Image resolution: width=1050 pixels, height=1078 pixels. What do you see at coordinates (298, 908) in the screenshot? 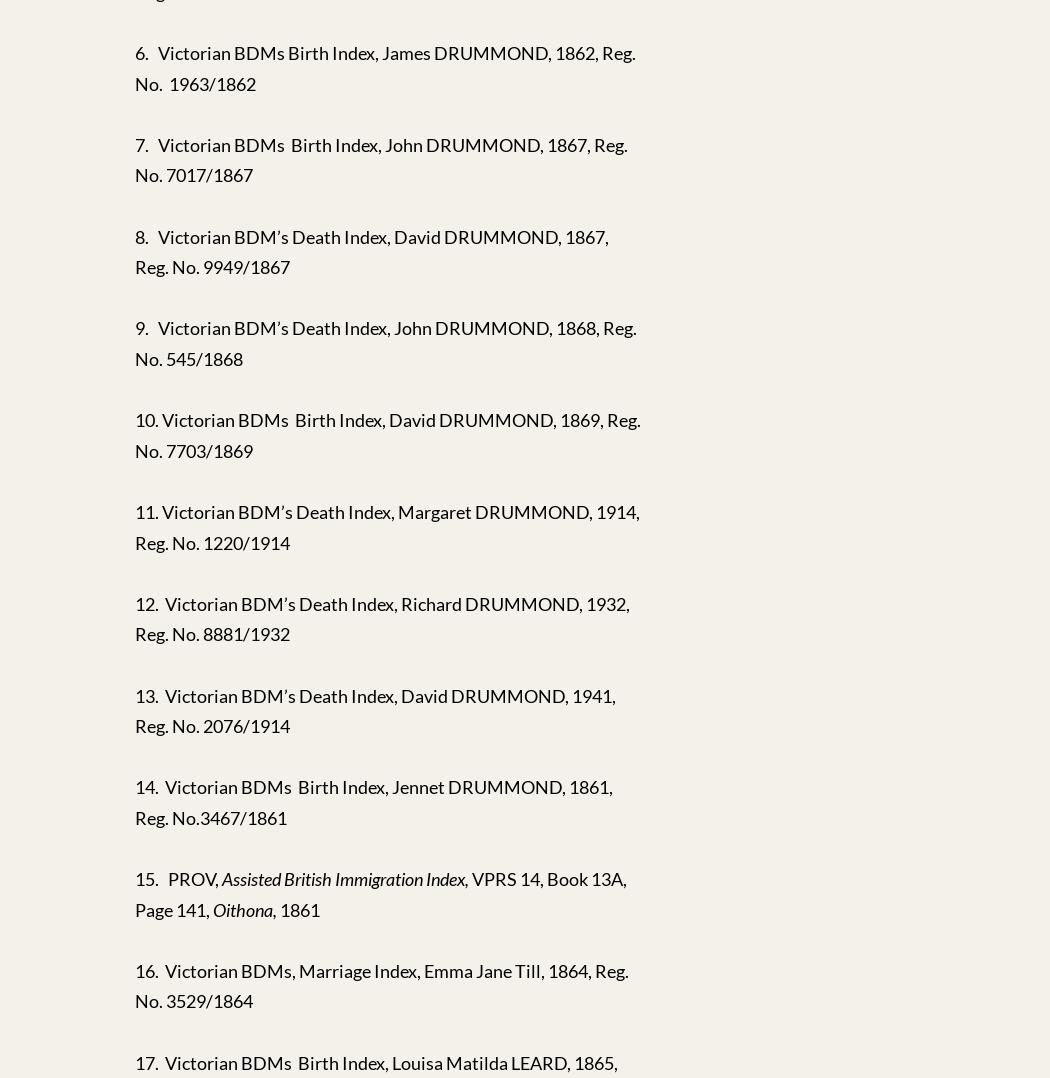
I see `'1861'` at bounding box center [298, 908].